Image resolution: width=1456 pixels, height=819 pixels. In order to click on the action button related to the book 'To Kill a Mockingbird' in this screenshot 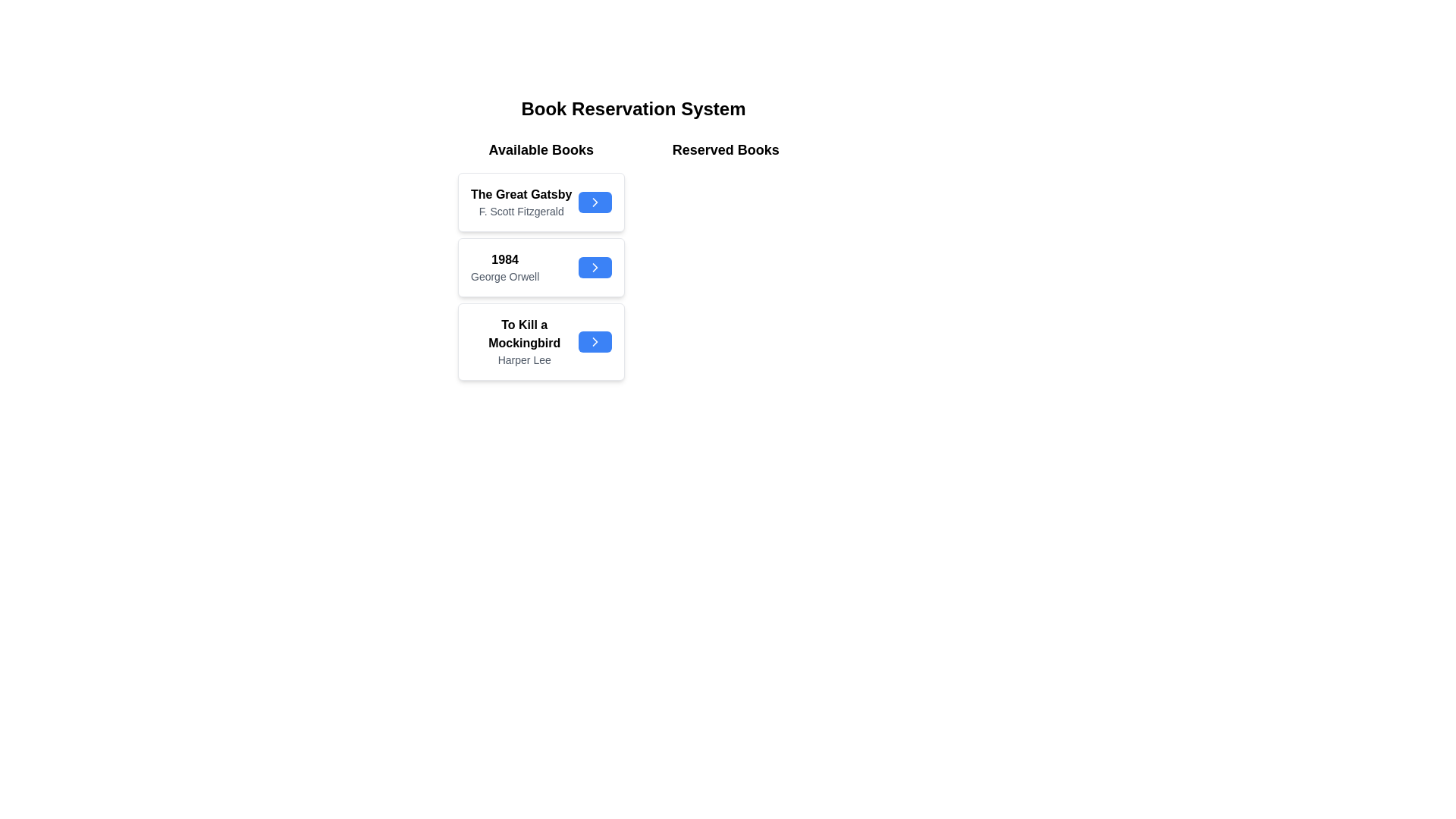, I will do `click(594, 342)`.